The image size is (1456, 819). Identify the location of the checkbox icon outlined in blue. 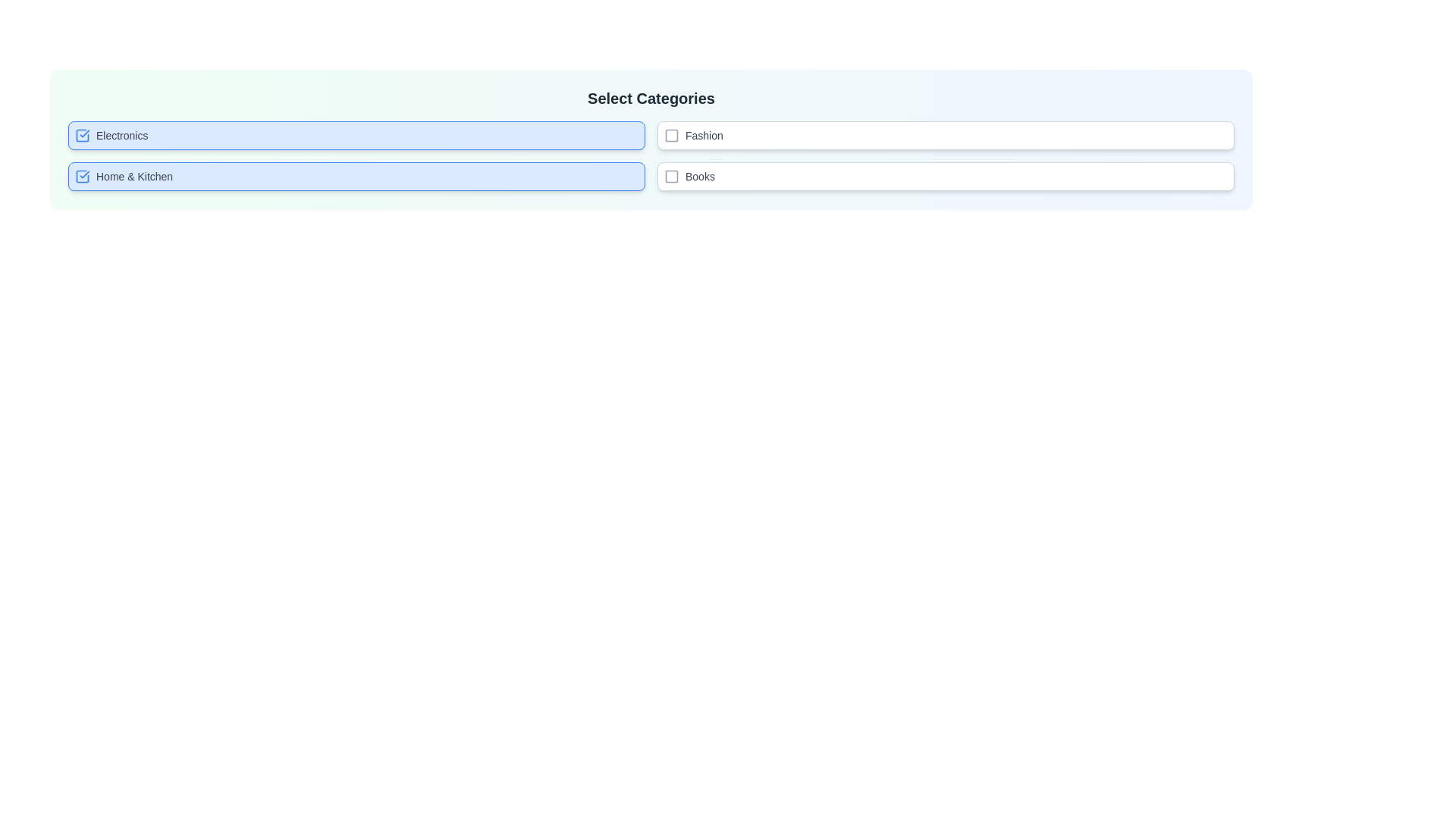
(82, 134).